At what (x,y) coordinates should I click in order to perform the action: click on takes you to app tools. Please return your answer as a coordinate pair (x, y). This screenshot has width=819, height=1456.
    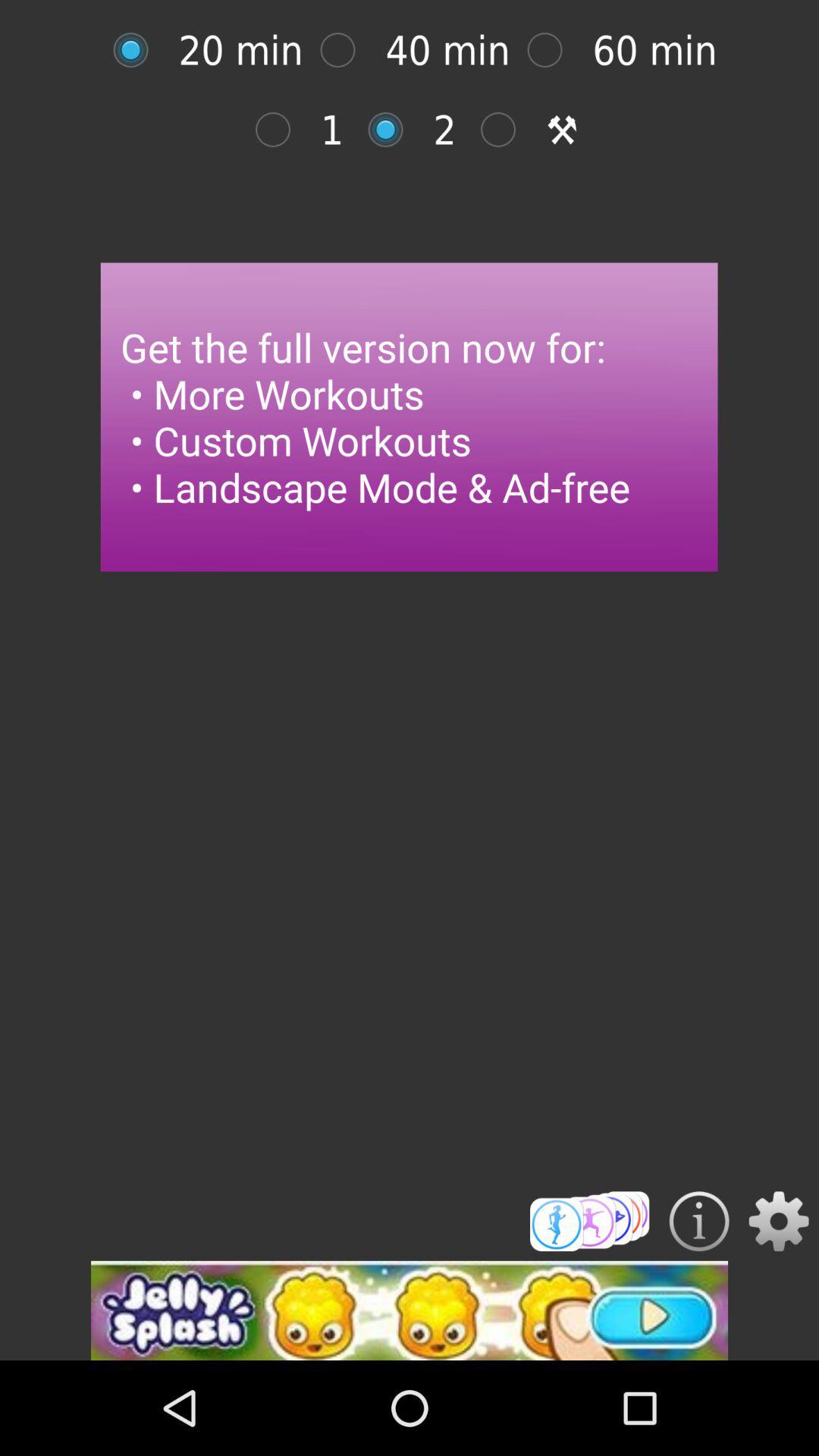
    Looking at the image, I should click on (506, 130).